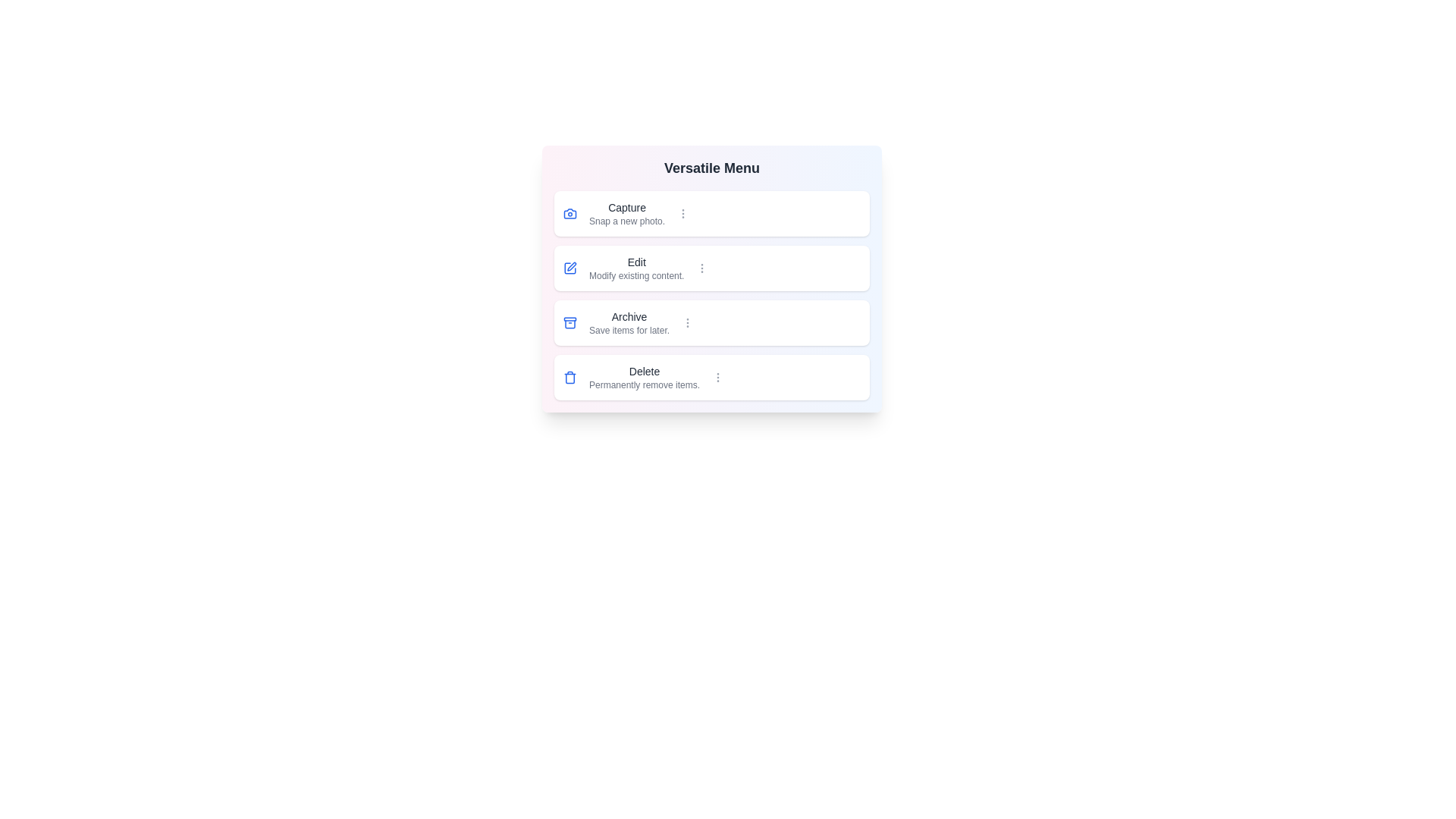  I want to click on the ellipsis icon of the menu item corresponding to Delete, so click(717, 376).